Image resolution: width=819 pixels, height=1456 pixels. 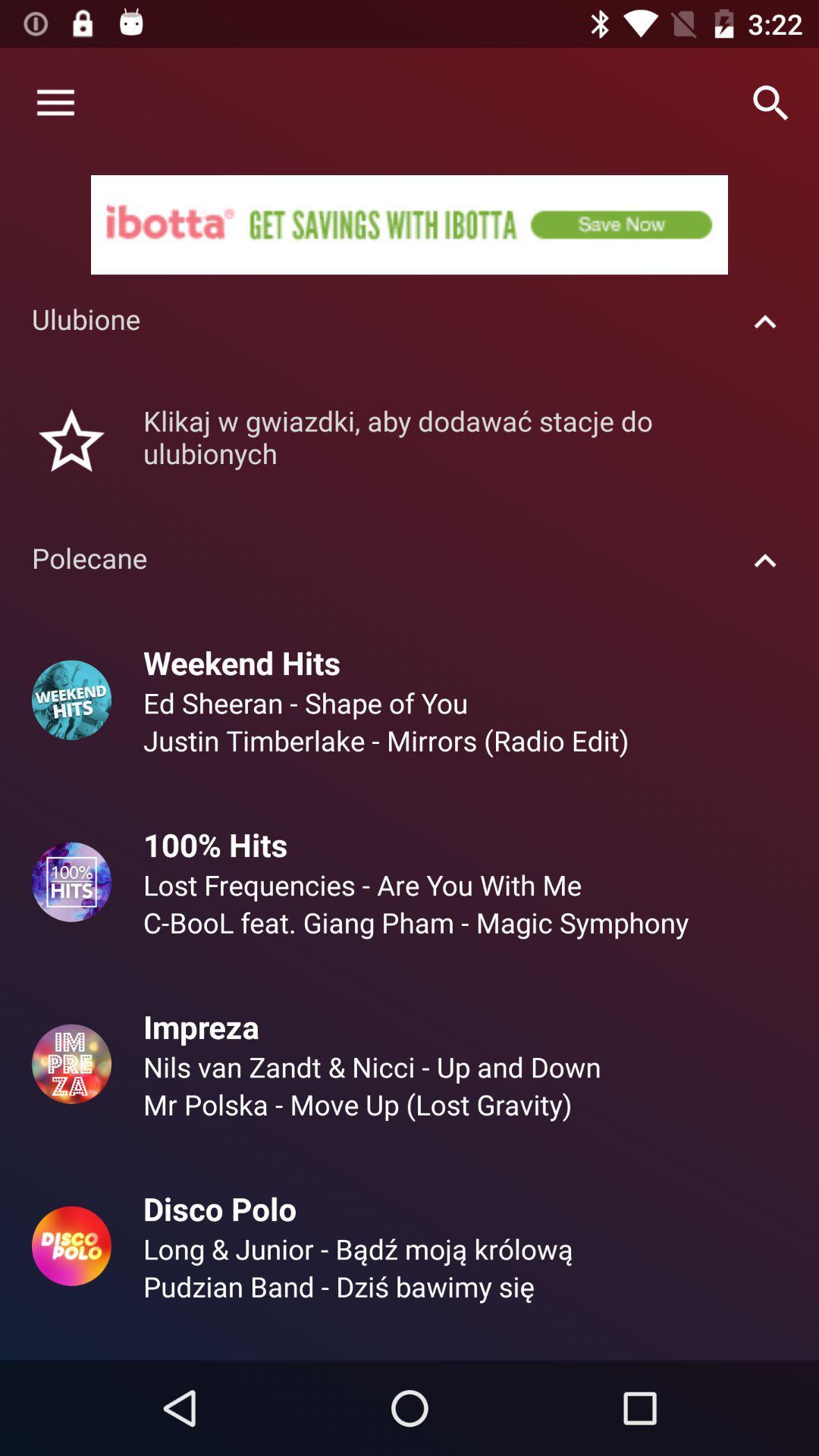 What do you see at coordinates (409, 224) in the screenshot?
I see `ibotta get savings` at bounding box center [409, 224].